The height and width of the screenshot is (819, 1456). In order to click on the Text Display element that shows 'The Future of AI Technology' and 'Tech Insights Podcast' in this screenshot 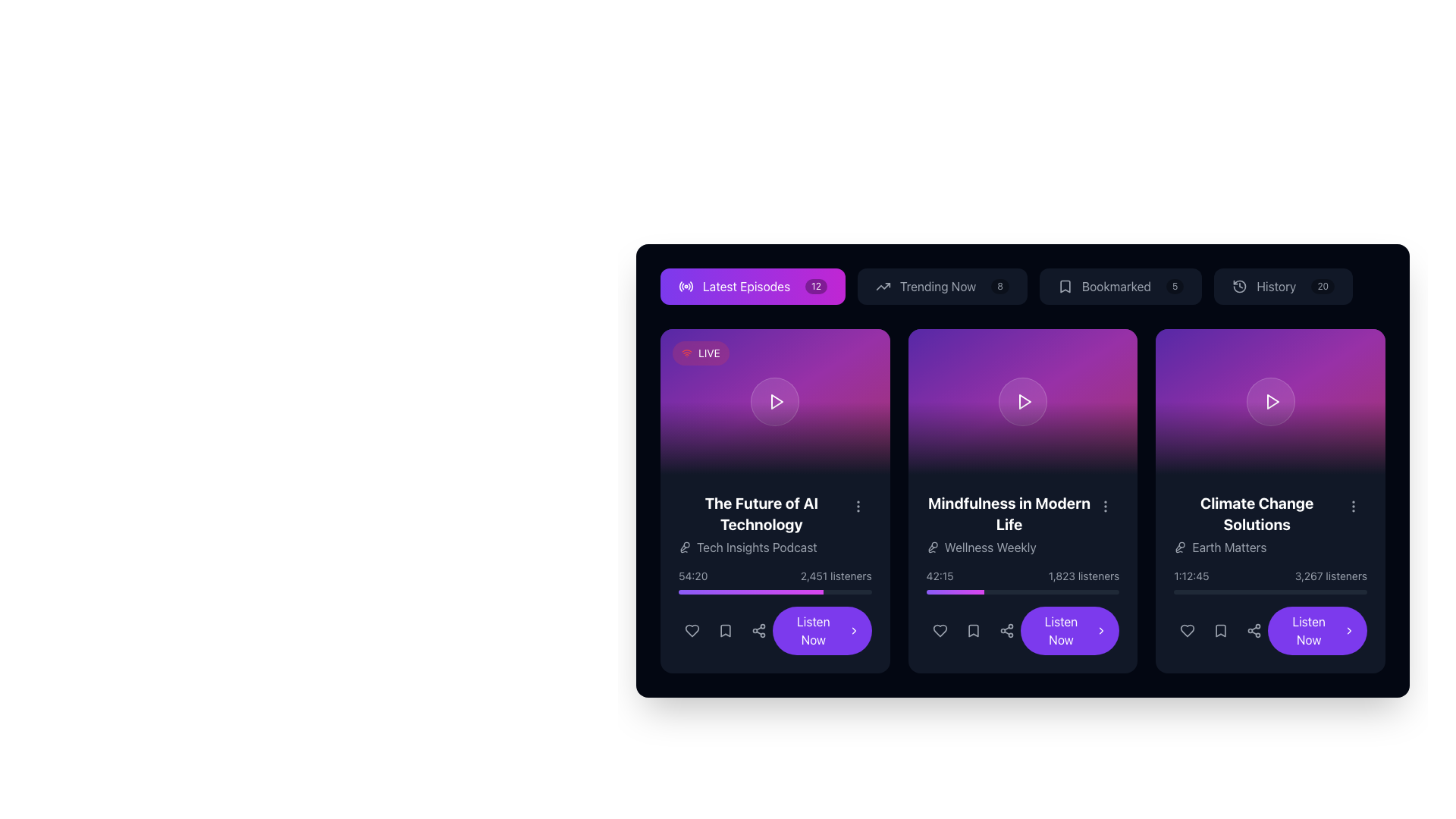, I will do `click(775, 523)`.